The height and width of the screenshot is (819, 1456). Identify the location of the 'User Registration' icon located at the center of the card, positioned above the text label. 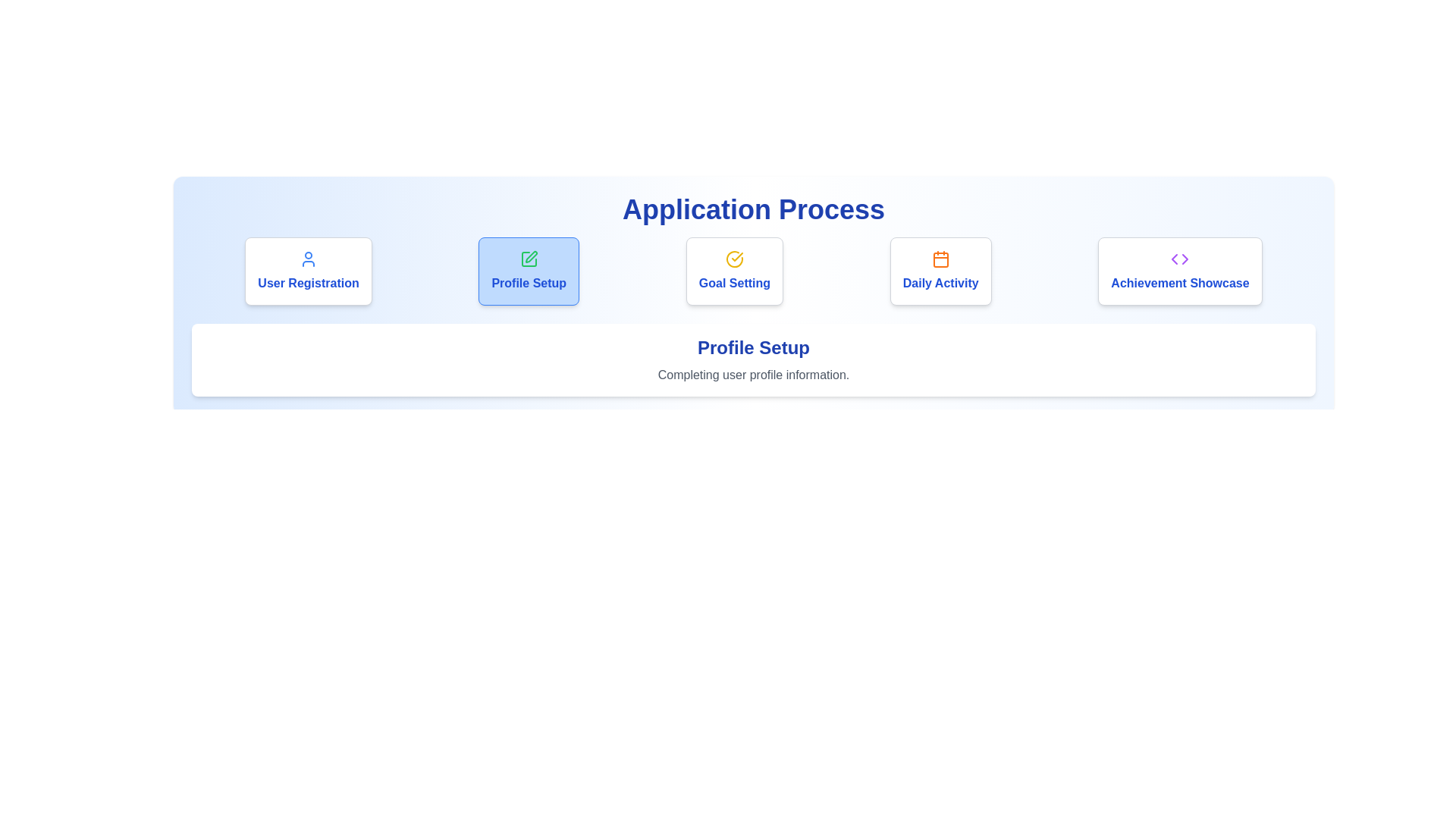
(308, 259).